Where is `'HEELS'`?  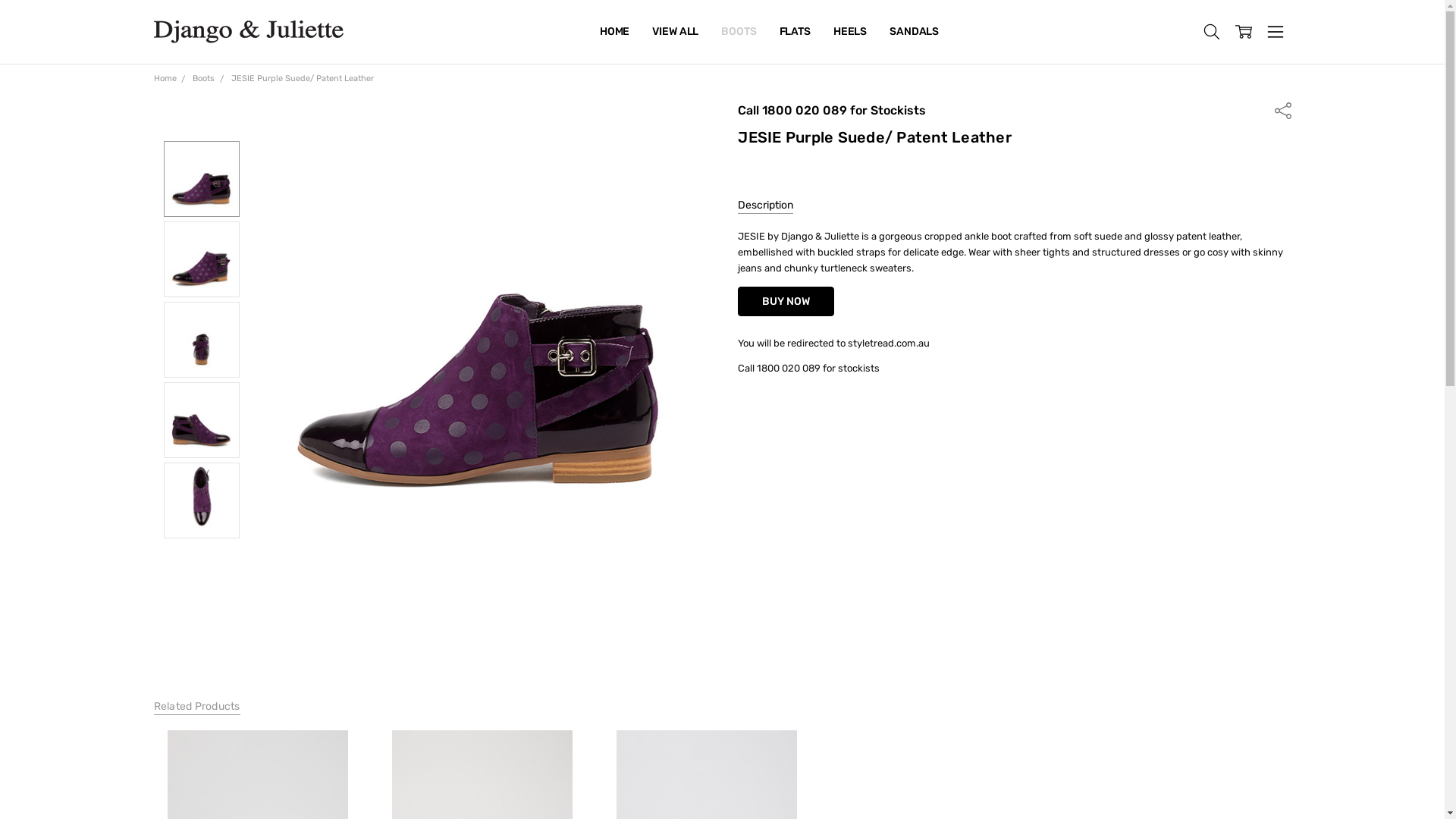 'HEELS' is located at coordinates (850, 32).